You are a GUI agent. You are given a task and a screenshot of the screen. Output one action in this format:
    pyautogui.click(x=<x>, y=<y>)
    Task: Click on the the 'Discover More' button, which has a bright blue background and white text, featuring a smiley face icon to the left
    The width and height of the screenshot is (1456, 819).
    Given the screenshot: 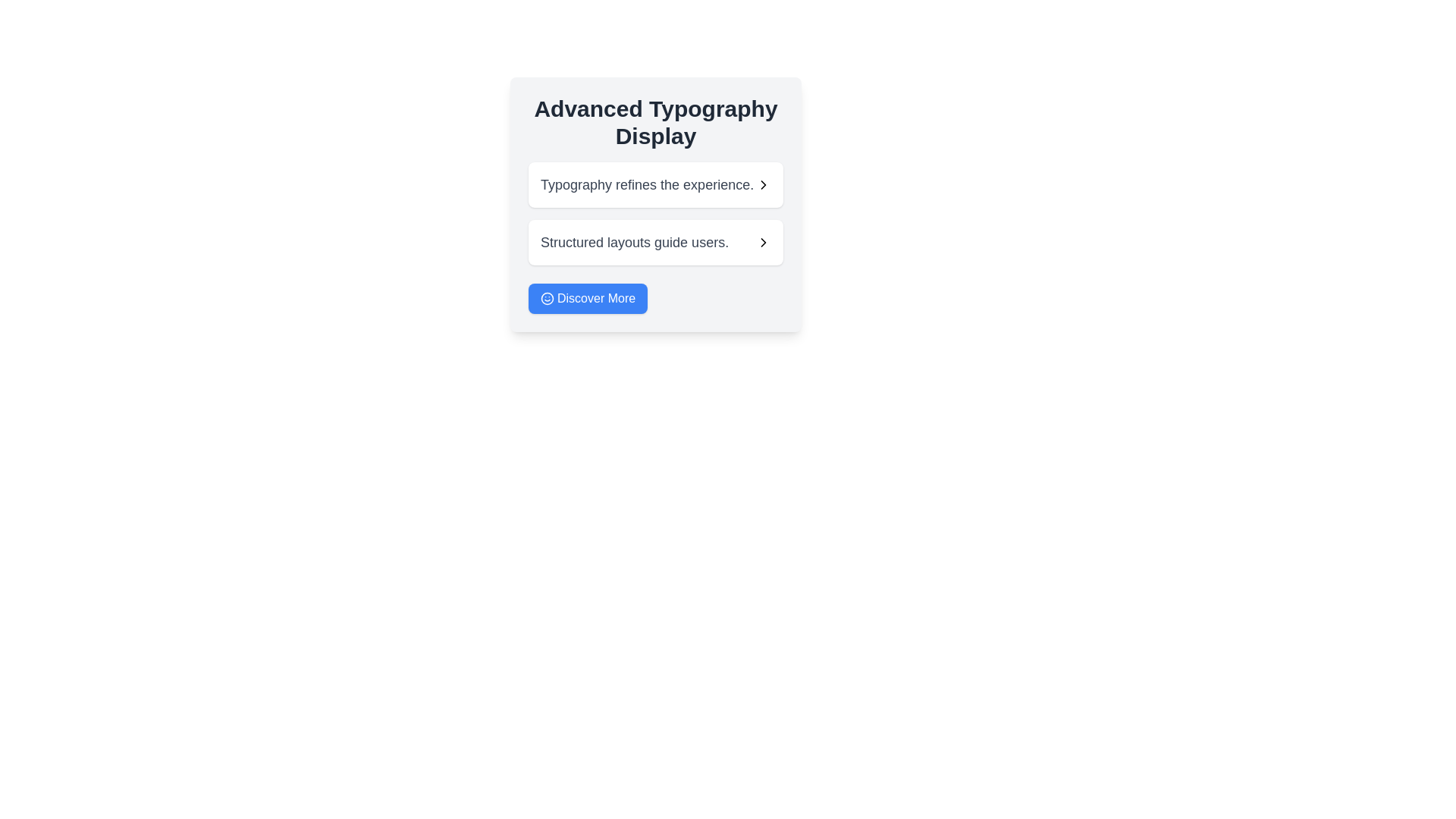 What is the action you would take?
    pyautogui.click(x=587, y=298)
    